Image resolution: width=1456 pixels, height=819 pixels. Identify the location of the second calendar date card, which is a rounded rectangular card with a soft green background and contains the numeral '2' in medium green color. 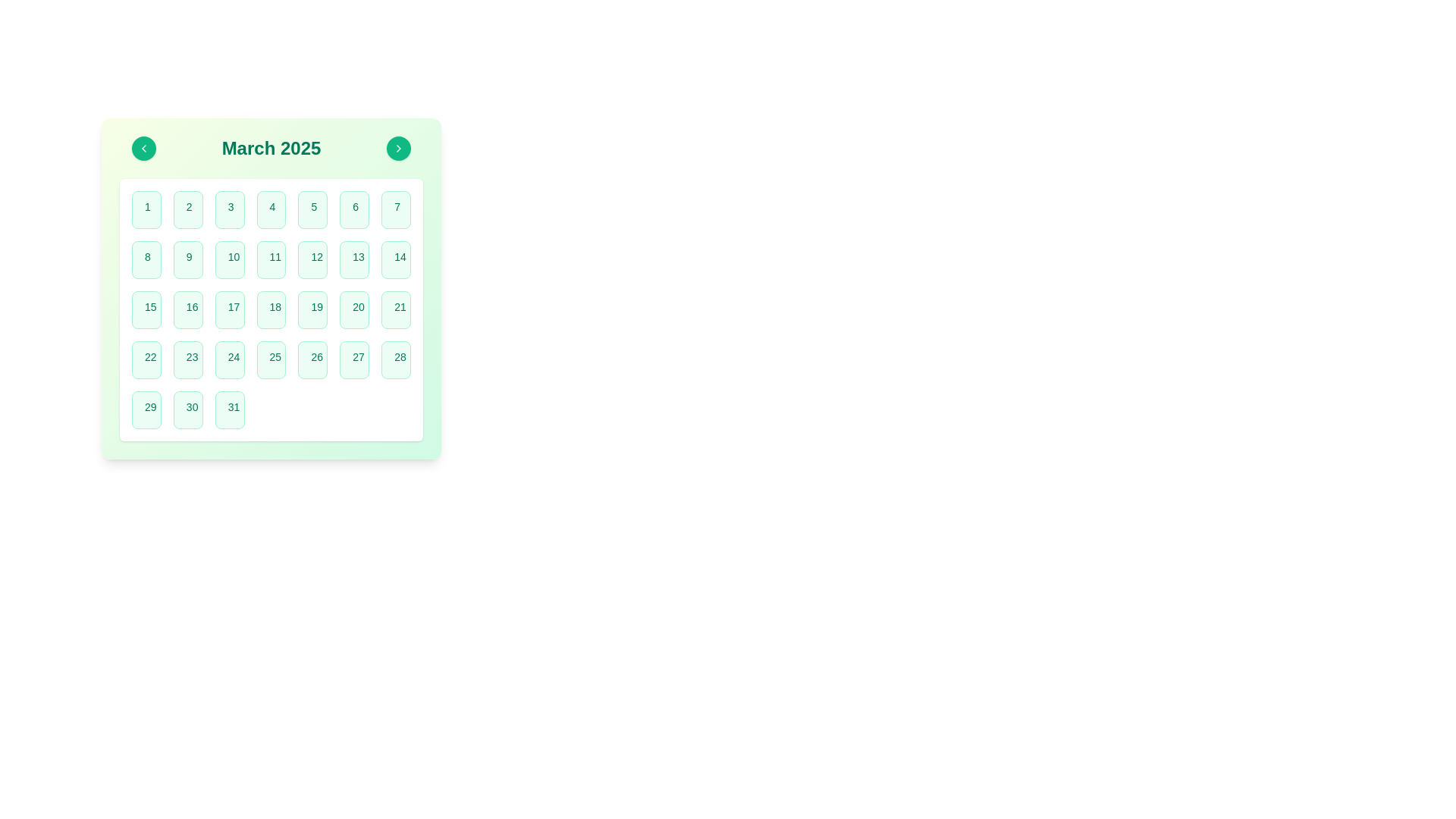
(187, 210).